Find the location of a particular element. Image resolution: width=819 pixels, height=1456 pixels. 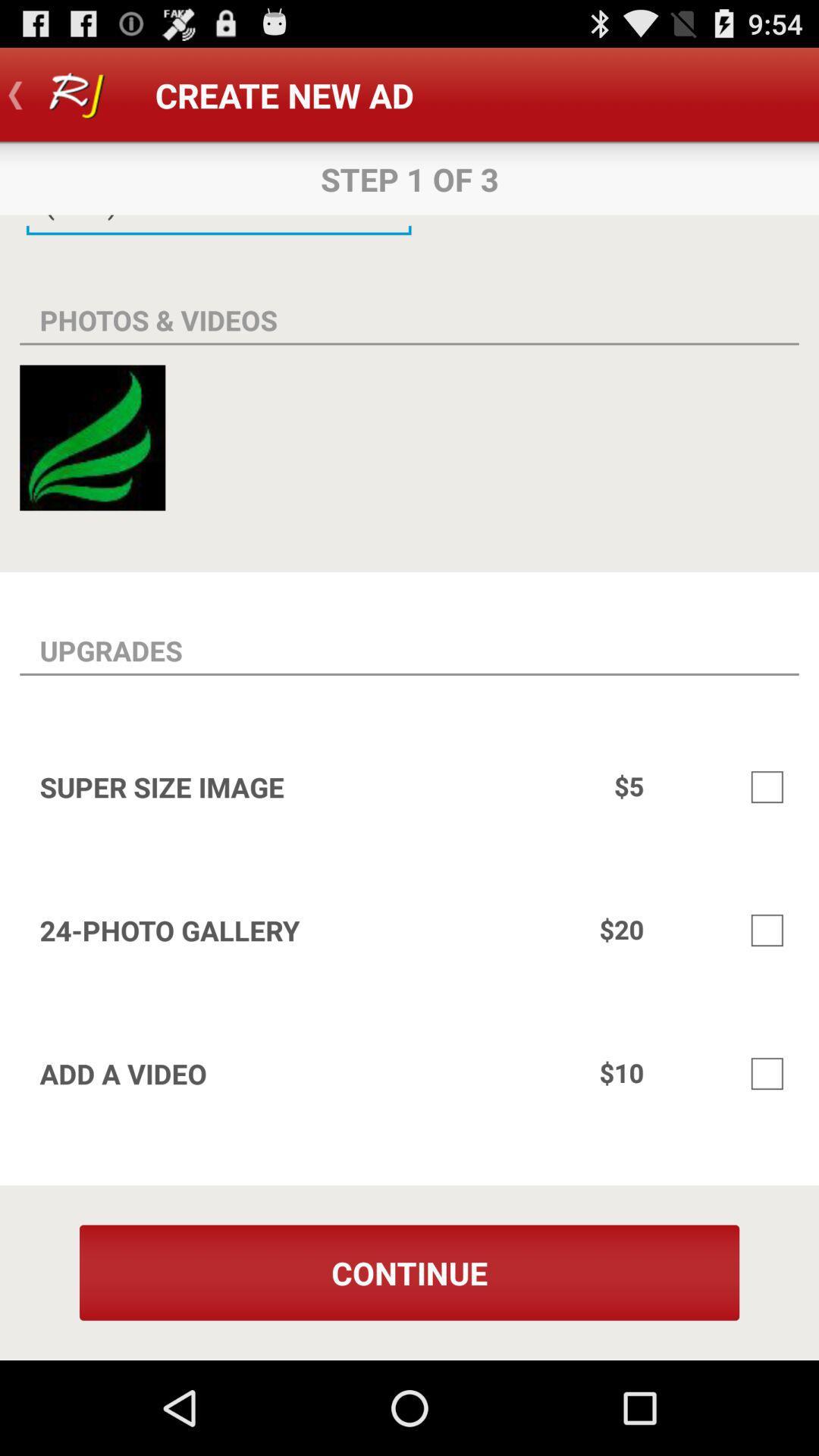

add video is located at coordinates (767, 1073).